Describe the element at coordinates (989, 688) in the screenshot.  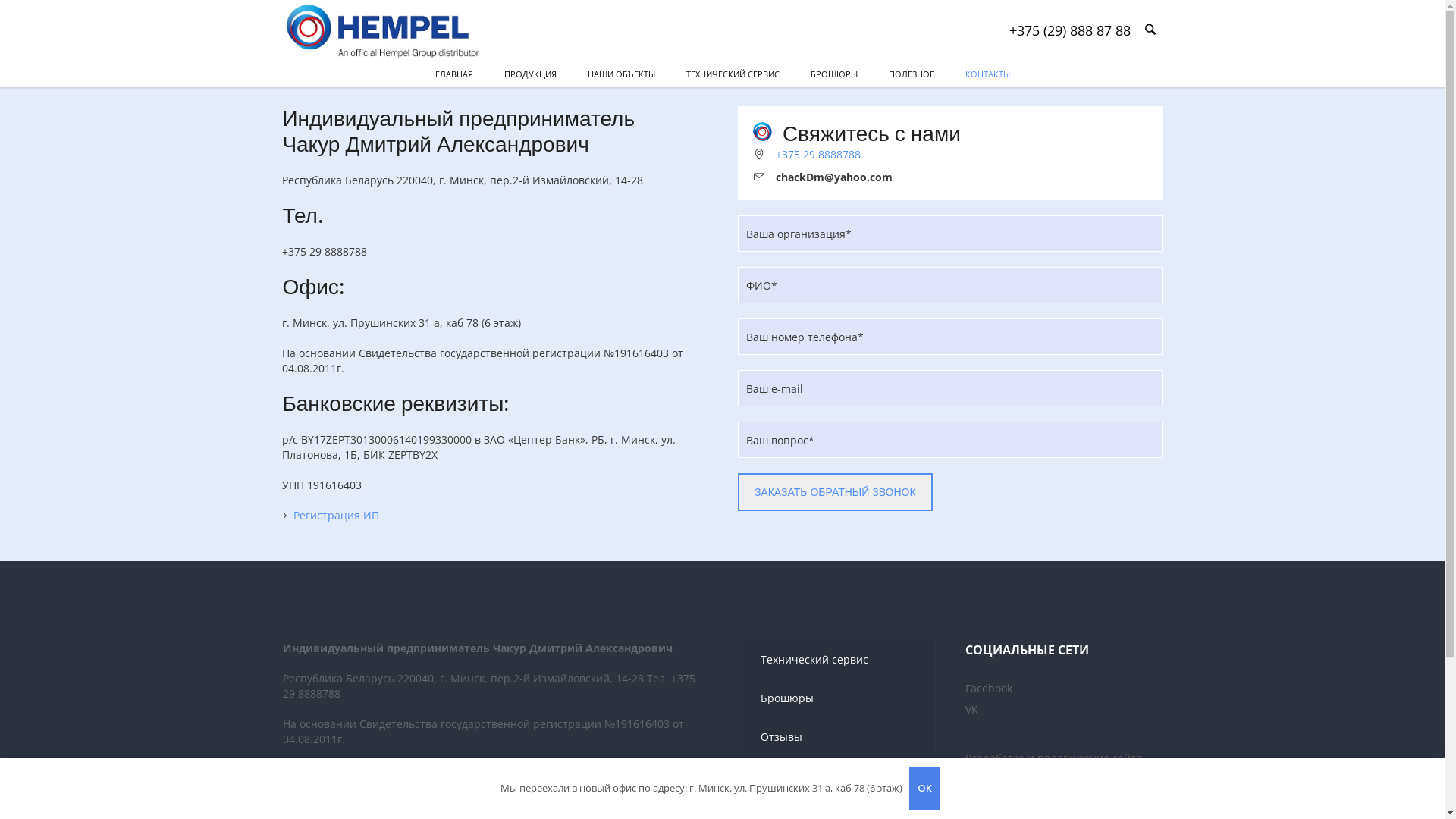
I see `'Facebook'` at that location.